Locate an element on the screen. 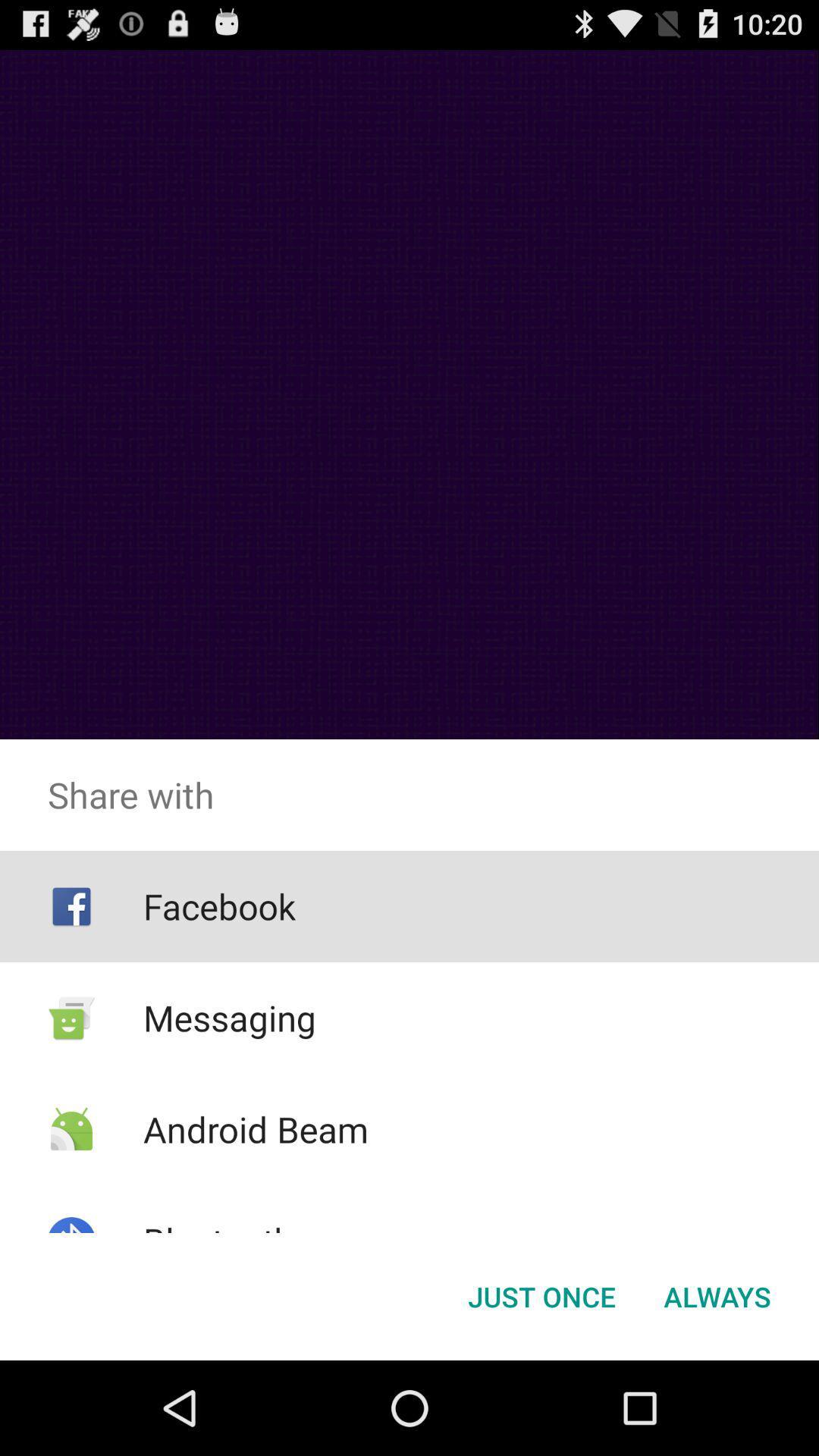 Image resolution: width=819 pixels, height=1456 pixels. button to the left of the always is located at coordinates (541, 1295).